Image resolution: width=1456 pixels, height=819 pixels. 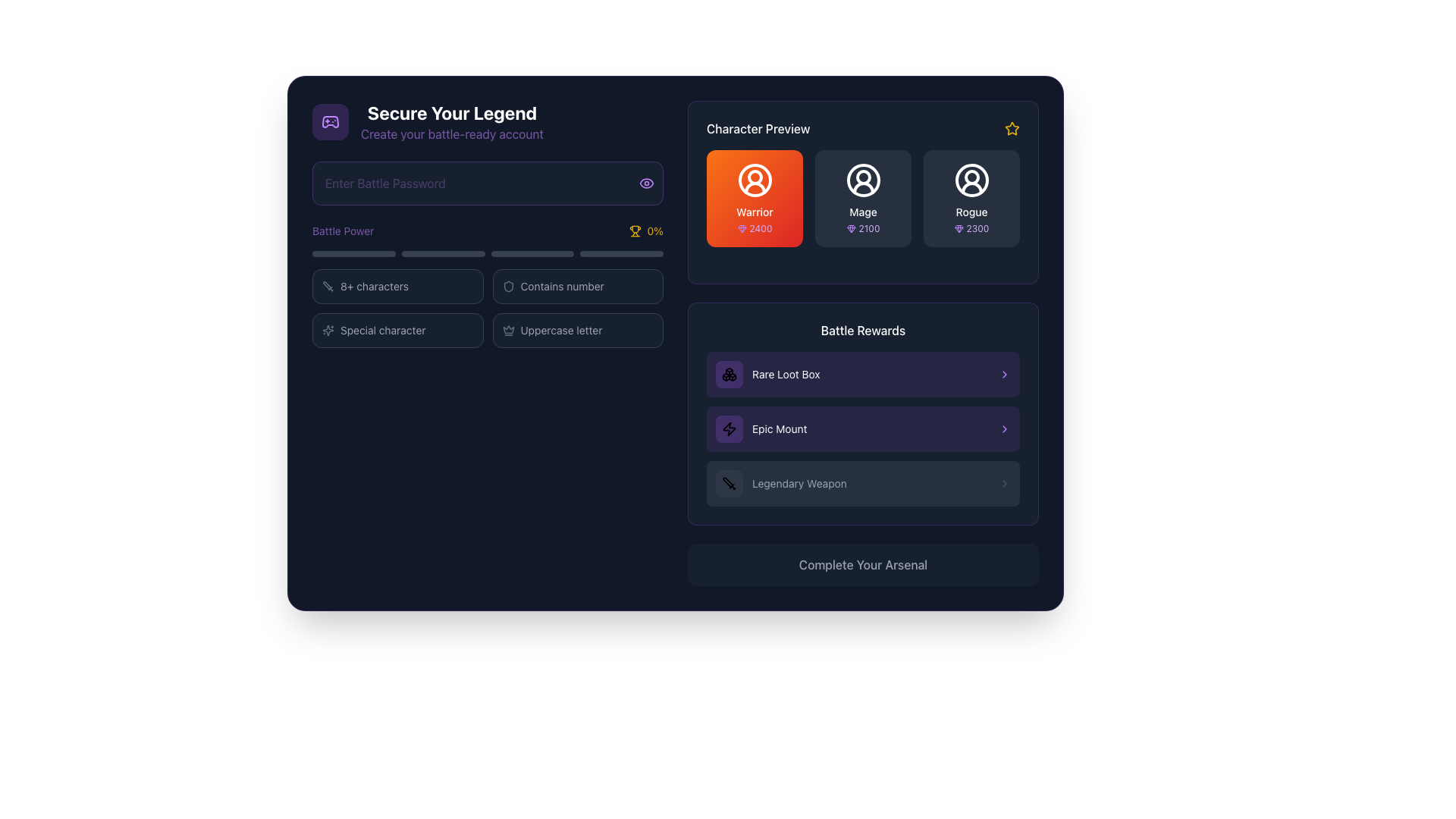 What do you see at coordinates (397, 287) in the screenshot?
I see `the Label with icon that features a key-shaped icon and the text '8+ characters' in gray font, located in the 'Battle Power' section, positioned above 'Special character'` at bounding box center [397, 287].